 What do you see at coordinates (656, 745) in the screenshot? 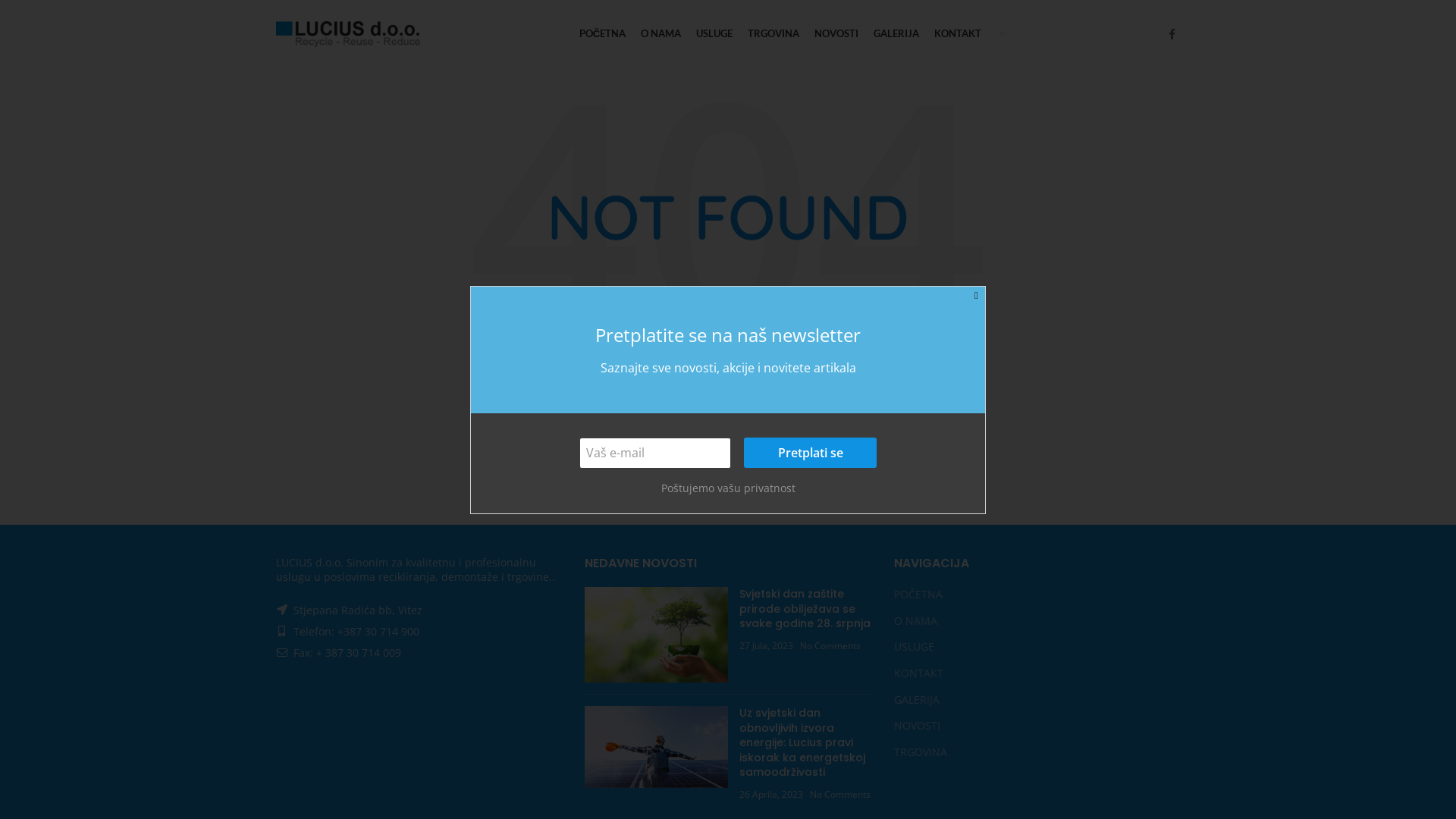
I see `'Man worker in the firld by the solar panels'` at bounding box center [656, 745].